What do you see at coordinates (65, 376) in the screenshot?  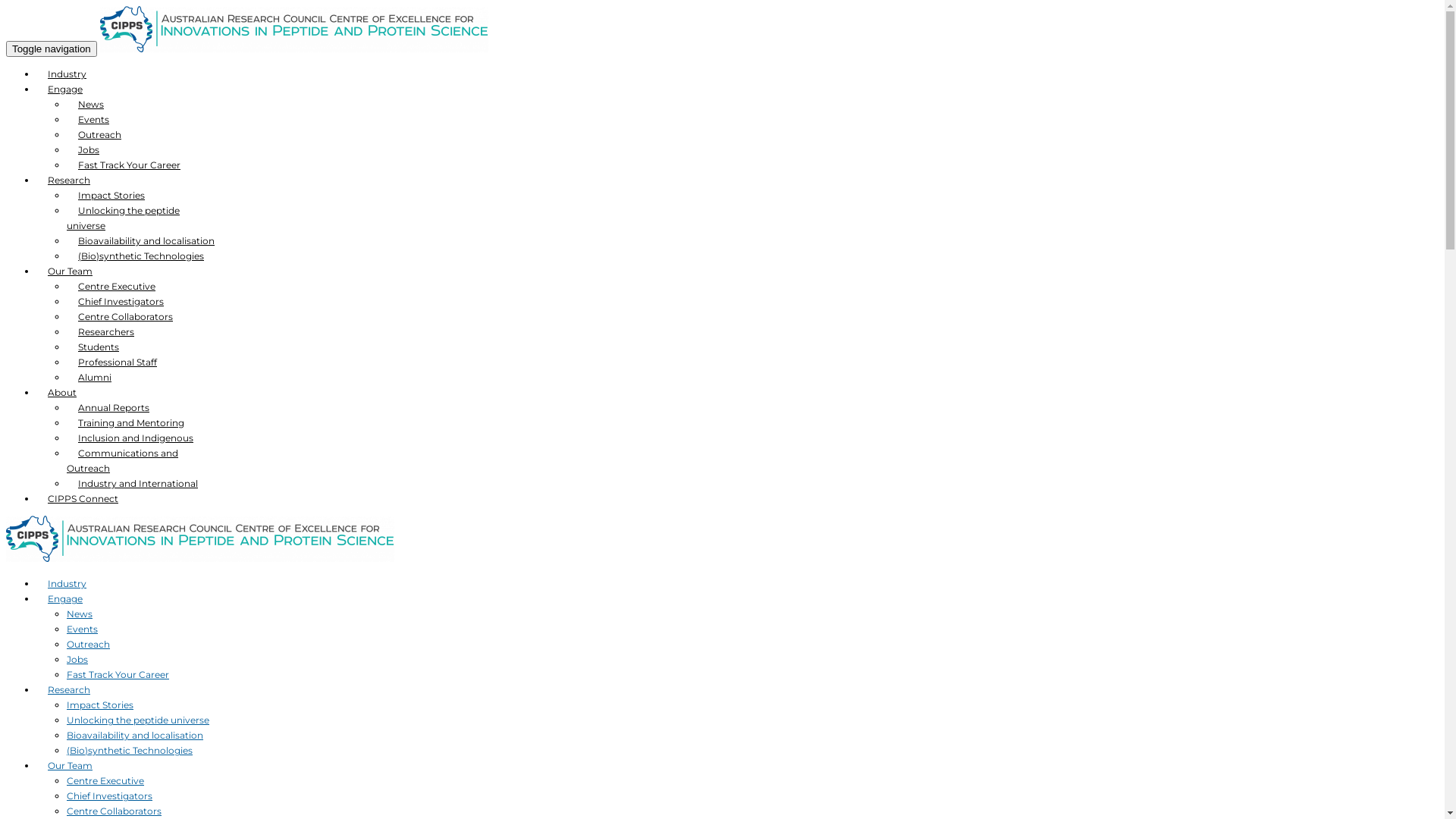 I see `'Alumni'` at bounding box center [65, 376].